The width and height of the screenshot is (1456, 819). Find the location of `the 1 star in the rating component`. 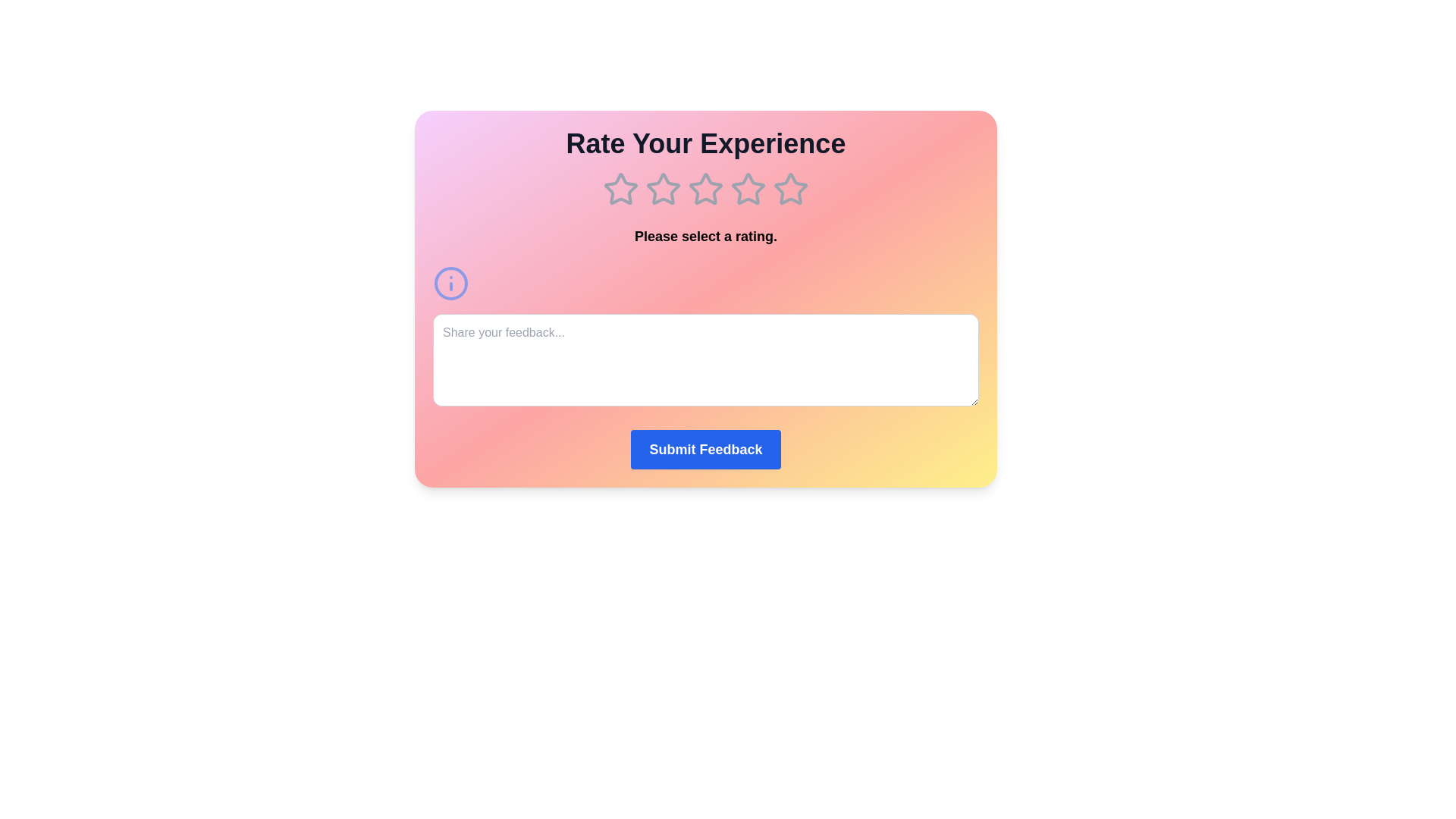

the 1 star in the rating component is located at coordinates (621, 189).